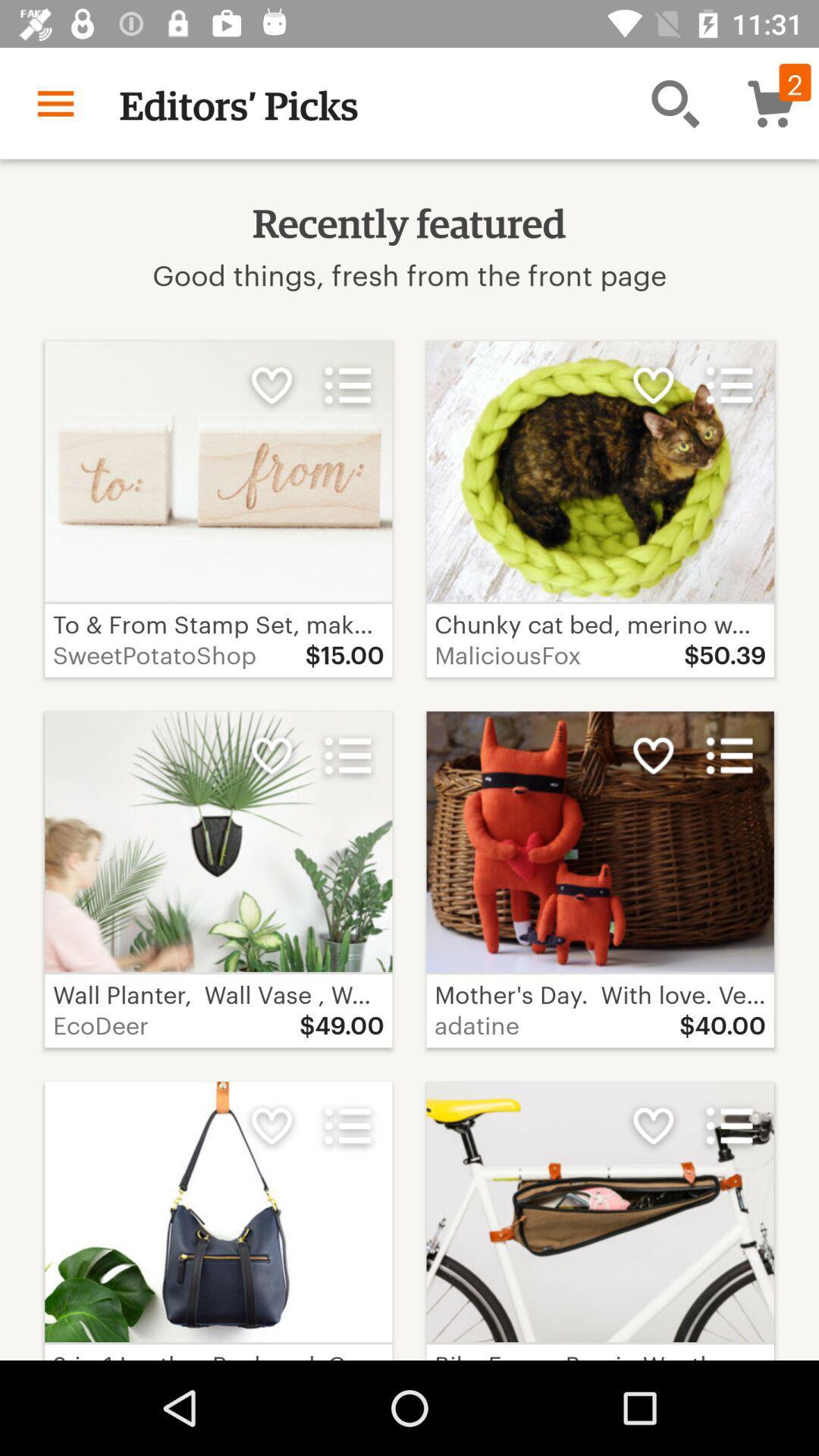  Describe the element at coordinates (218, 1211) in the screenshot. I see `the fifth image` at that location.